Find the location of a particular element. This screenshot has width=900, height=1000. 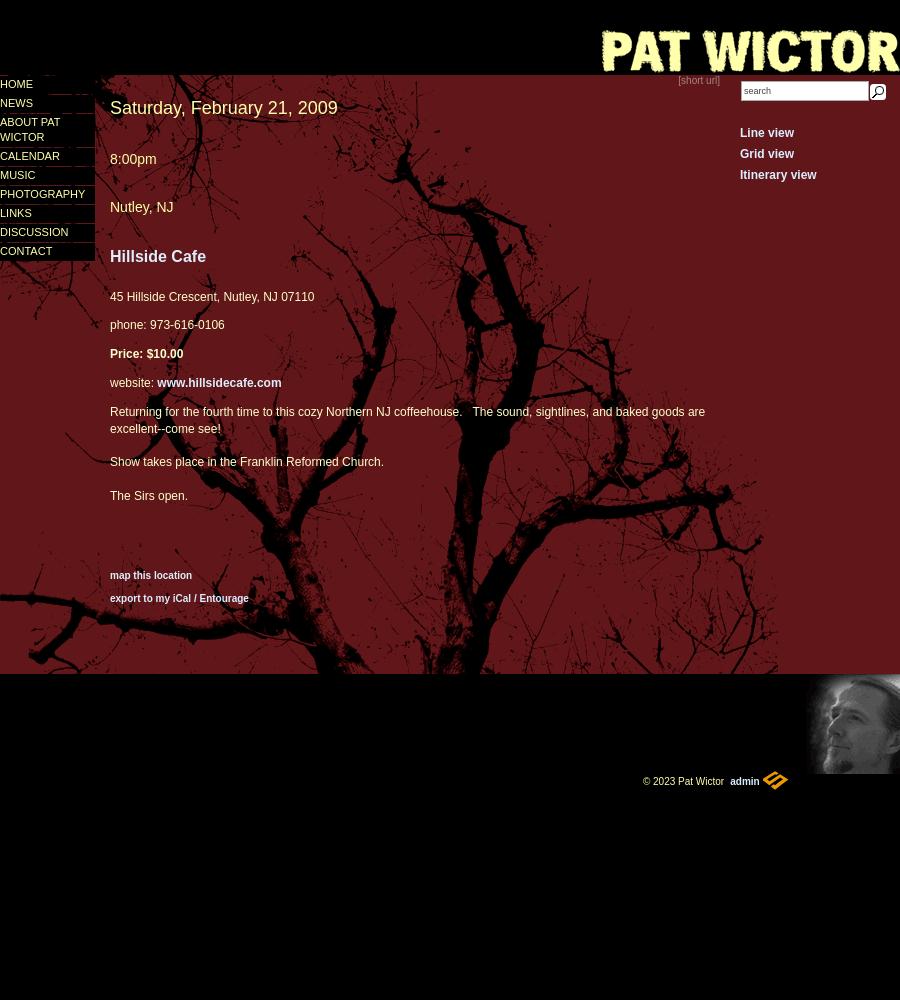

'Grid view' is located at coordinates (765, 153).